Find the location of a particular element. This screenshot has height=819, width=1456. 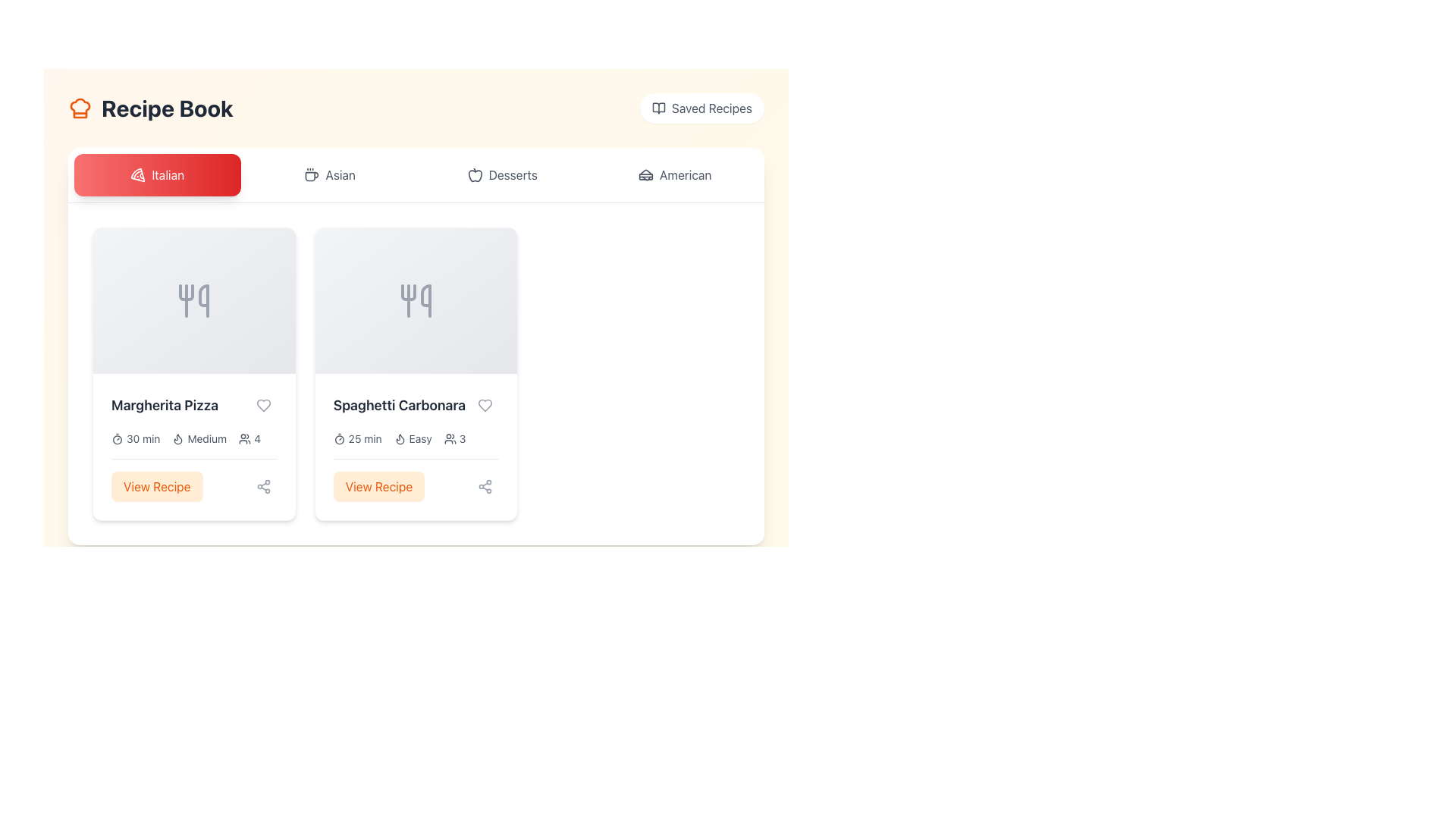

the favorite button located to the right of the 'Margherita Pizza' title to apply hover styles is located at coordinates (263, 405).